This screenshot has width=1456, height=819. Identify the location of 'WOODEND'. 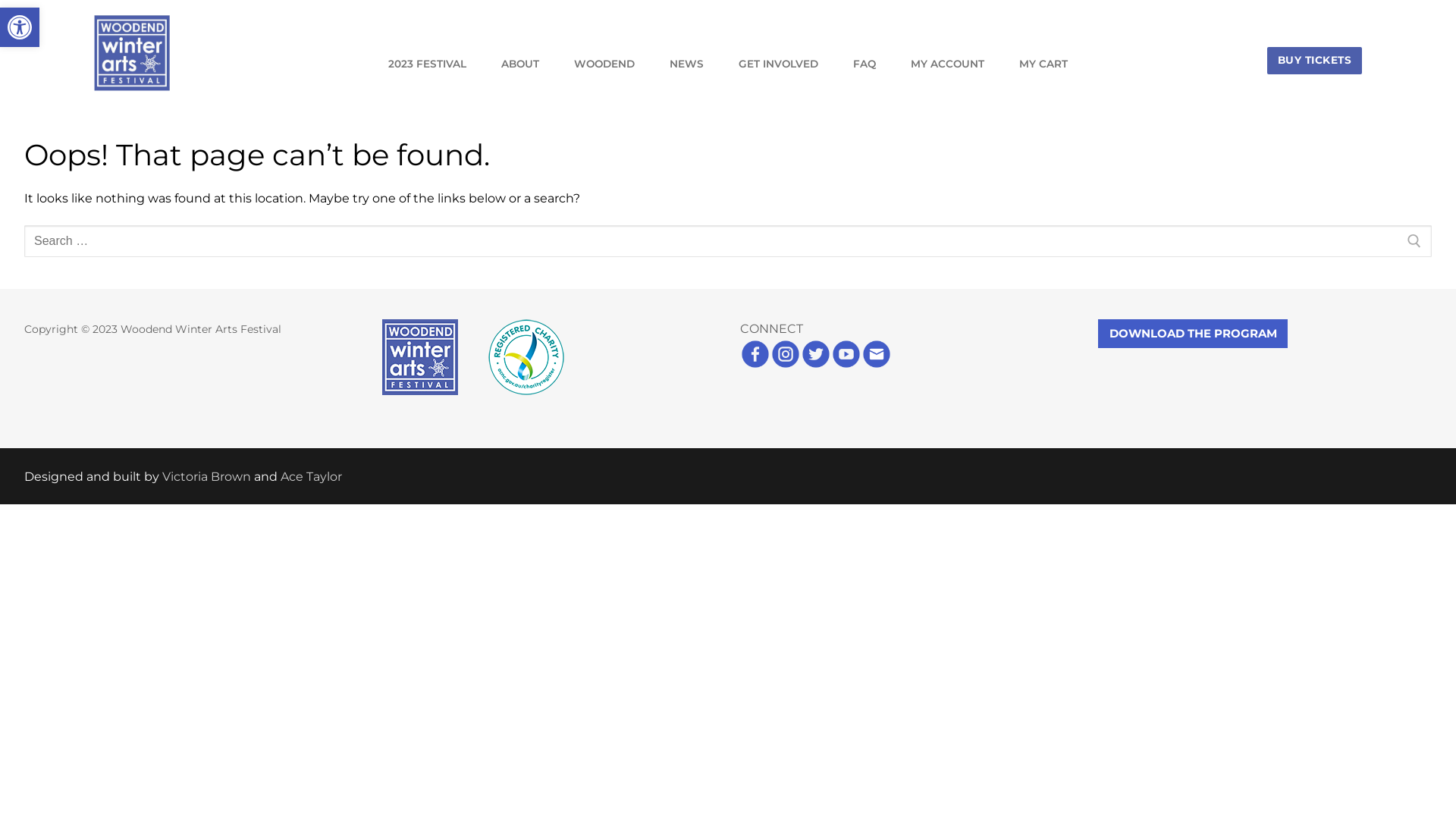
(603, 63).